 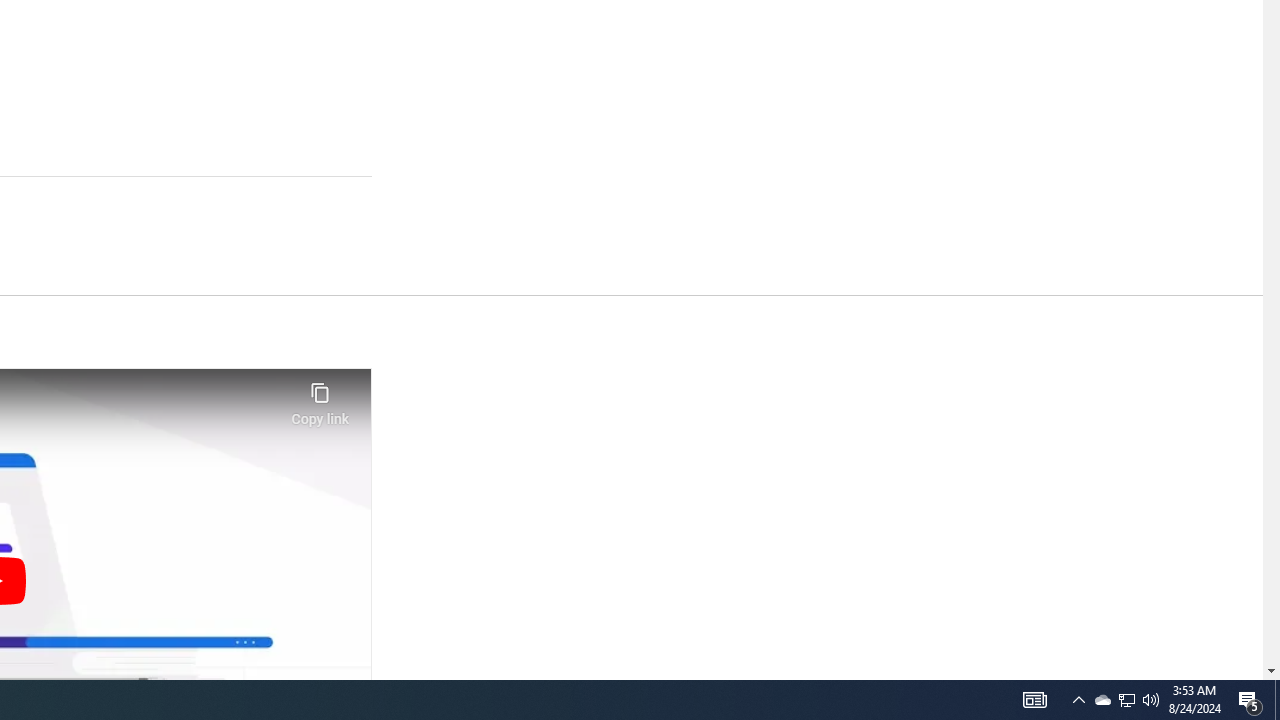 I want to click on 'Copy link', so click(x=320, y=398).